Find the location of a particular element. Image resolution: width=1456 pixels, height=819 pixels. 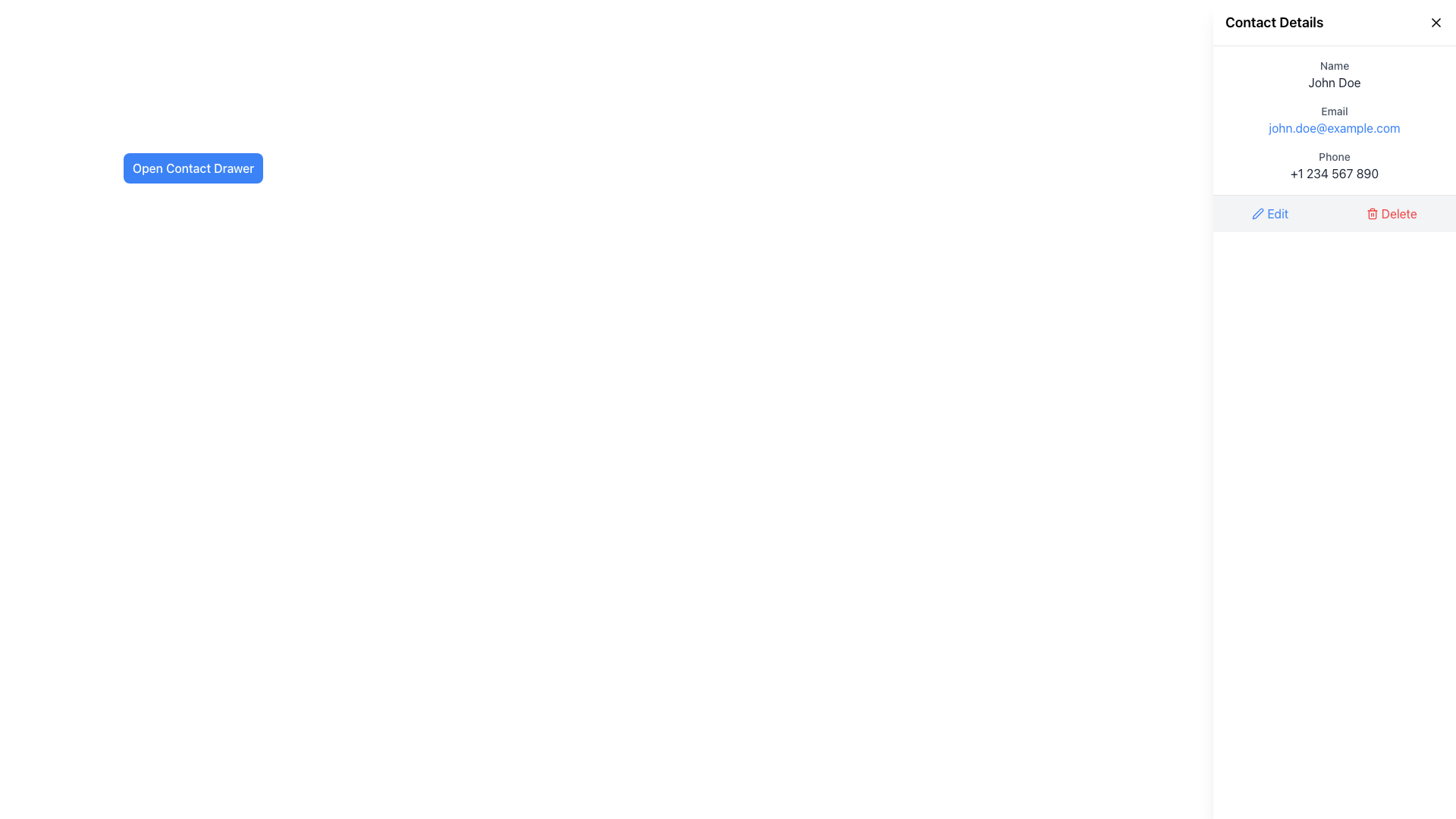

the second diagonal line of the 'X' graphic within the SVG component is located at coordinates (1436, 23).